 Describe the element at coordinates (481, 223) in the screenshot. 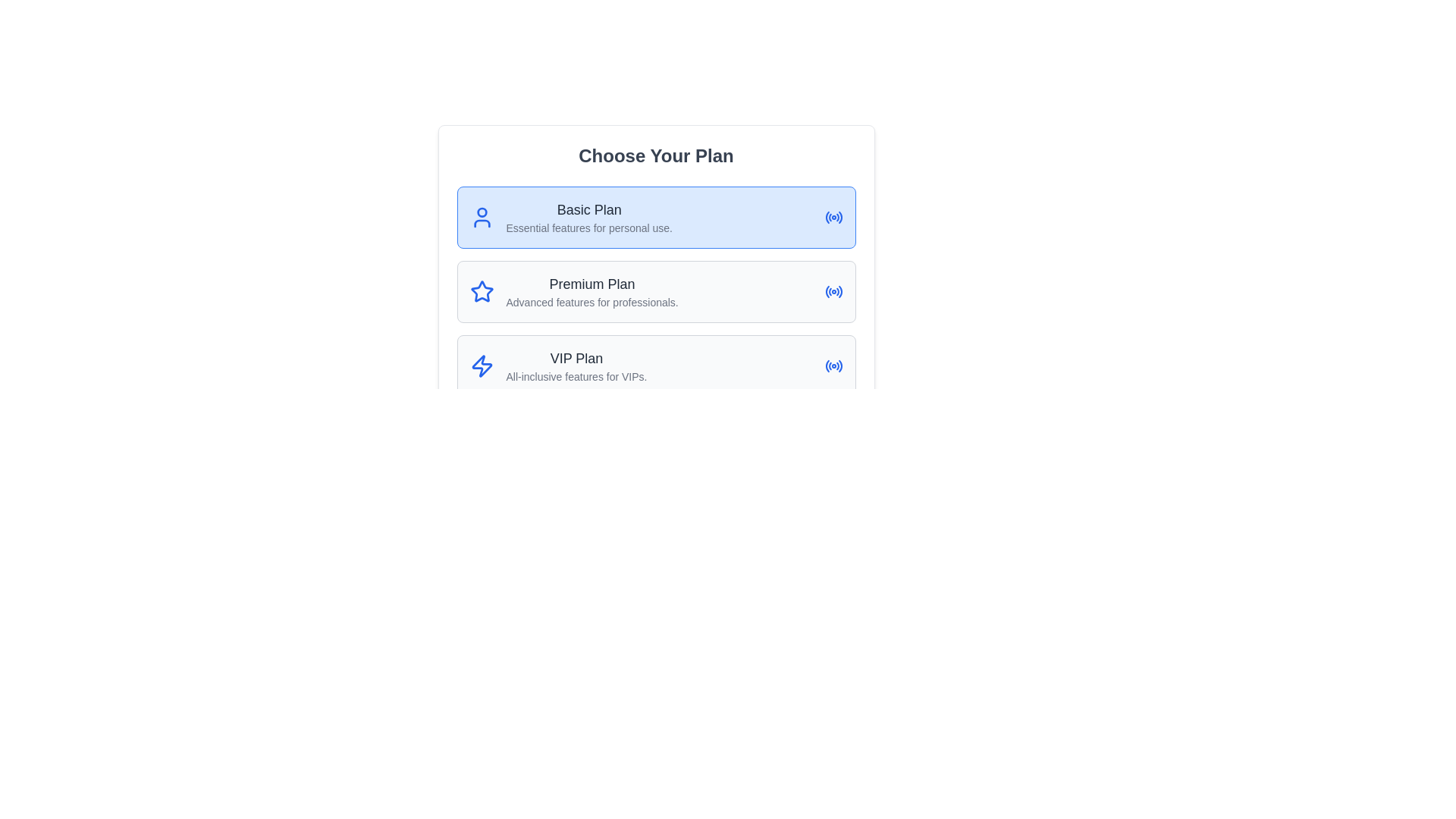

I see `the body section of the 'Basic Plan' SVG icon, which is depicted as a simple outline below the head` at that location.